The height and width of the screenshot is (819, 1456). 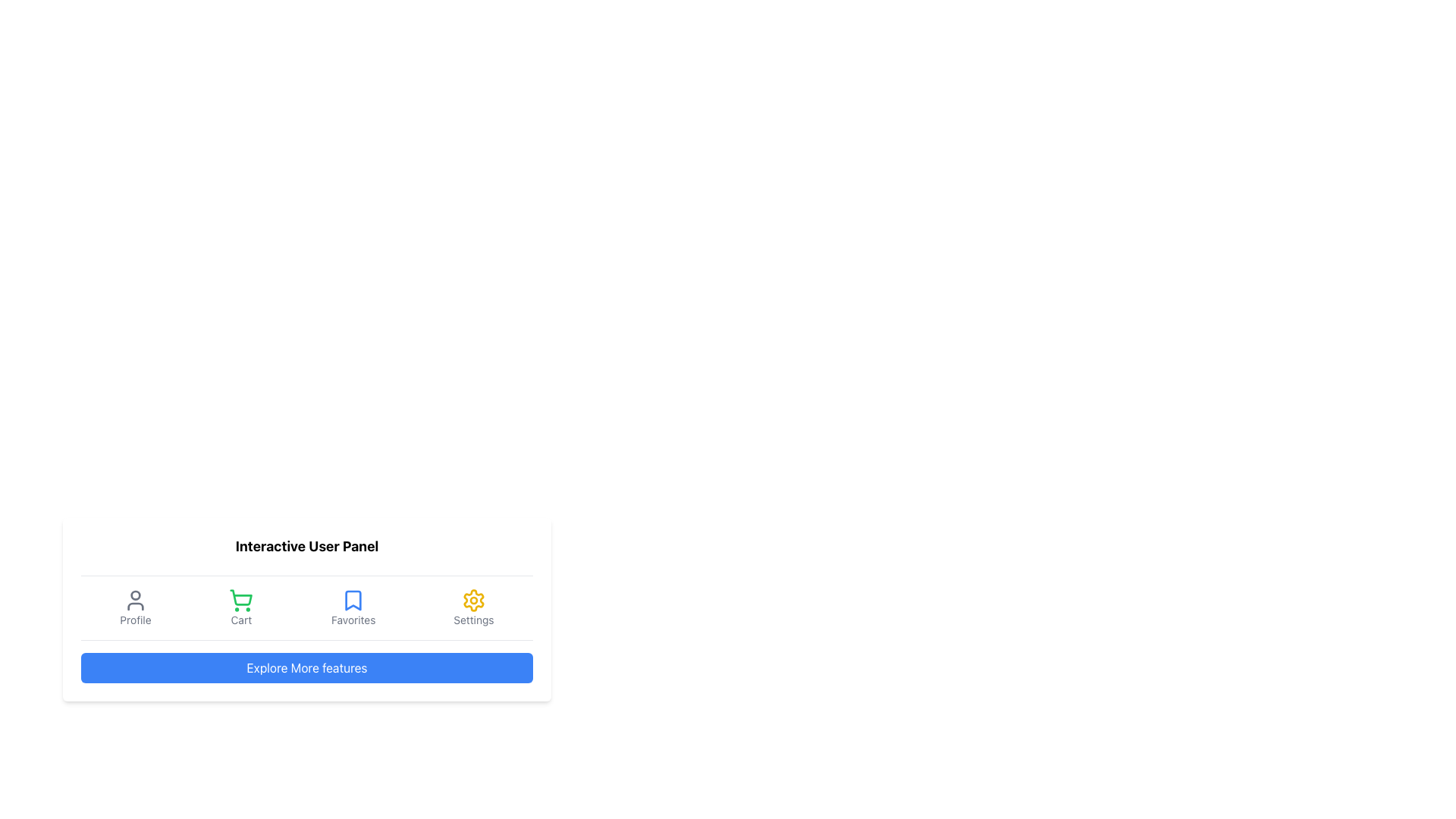 What do you see at coordinates (306, 547) in the screenshot?
I see `the text label displaying 'Interactive User Panel', which is centrally located at the top of its card-like section` at bounding box center [306, 547].